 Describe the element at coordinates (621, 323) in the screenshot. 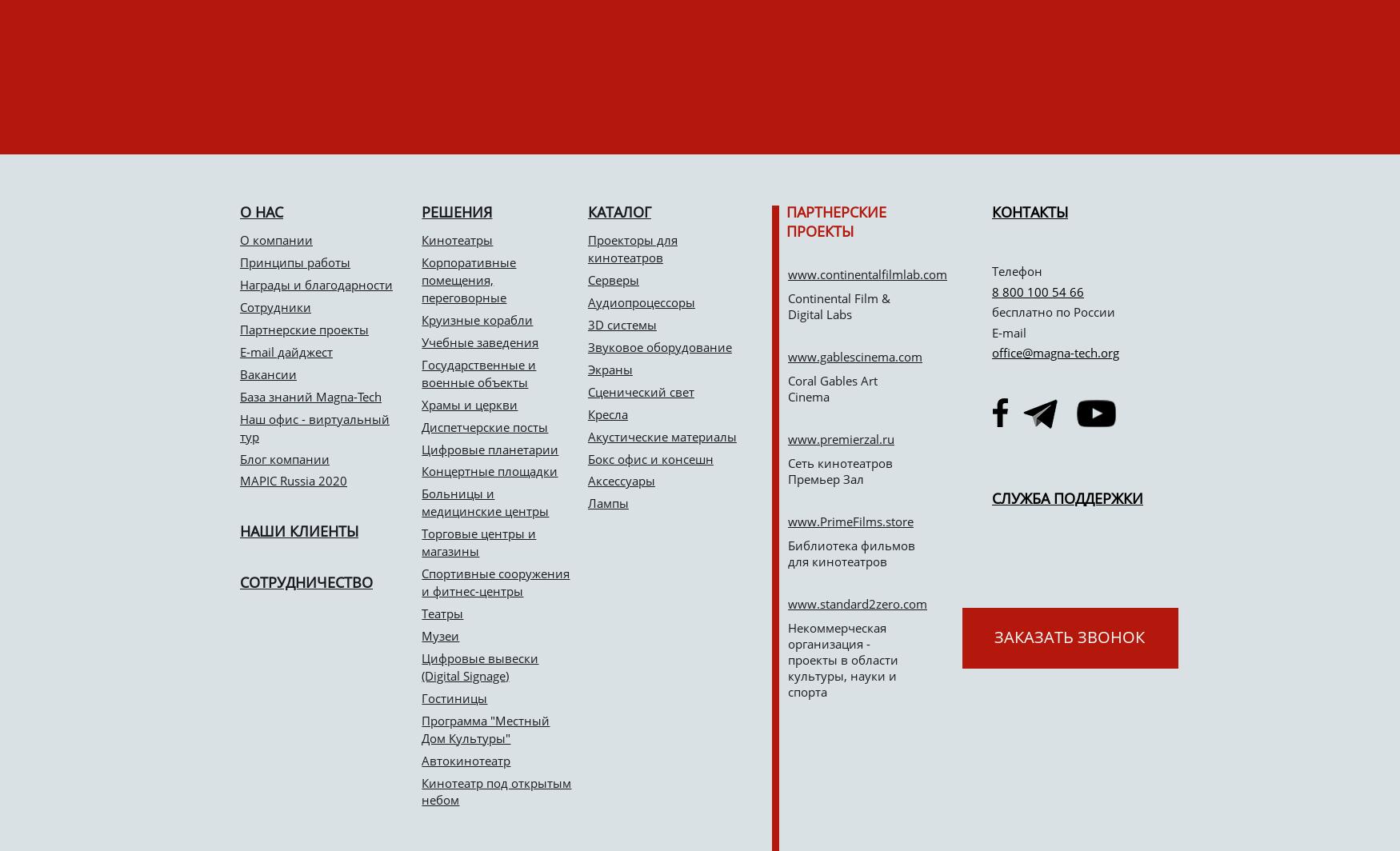

I see `'3D системы'` at that location.